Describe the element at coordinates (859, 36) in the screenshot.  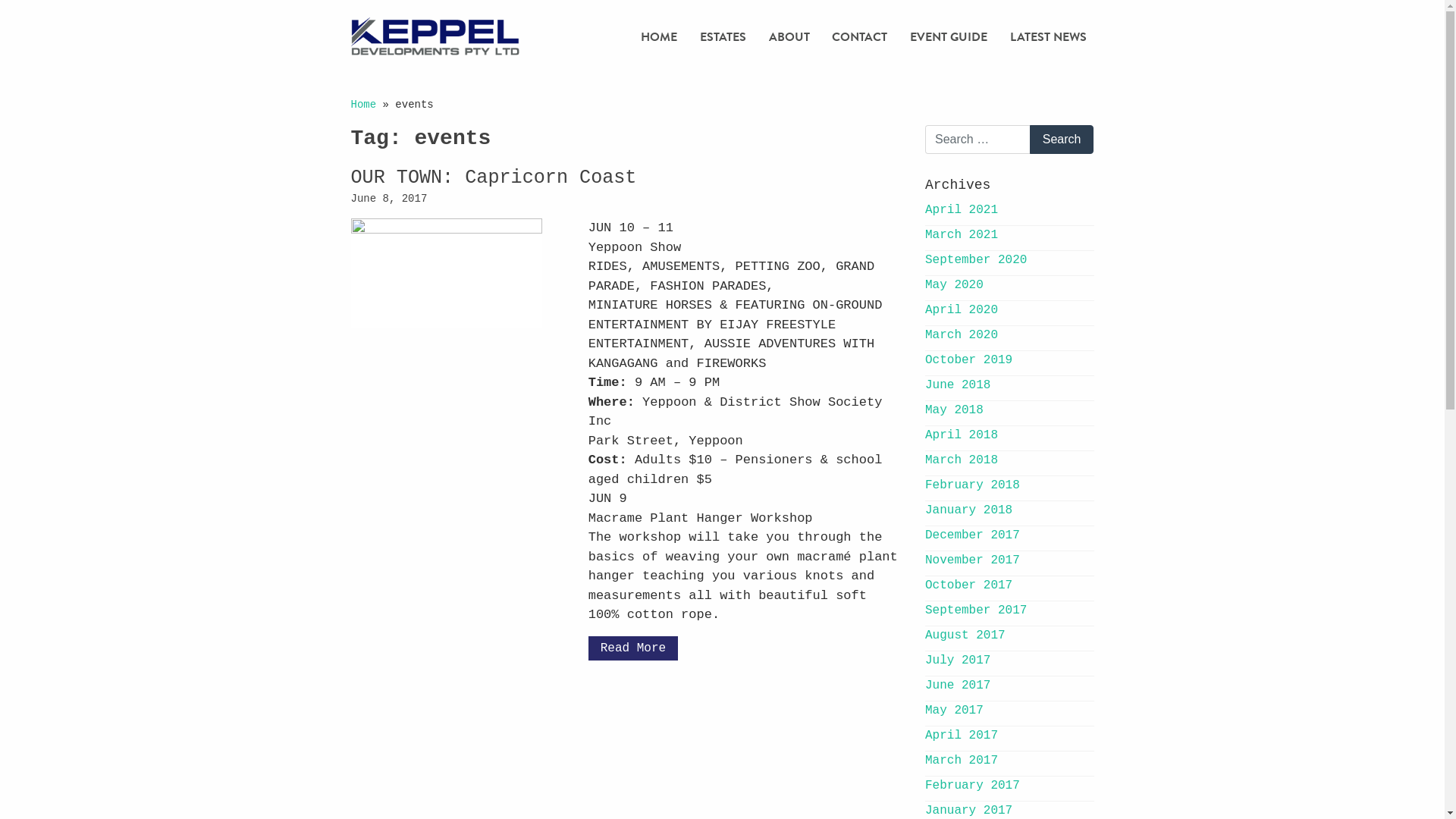
I see `'CONTACT'` at that location.